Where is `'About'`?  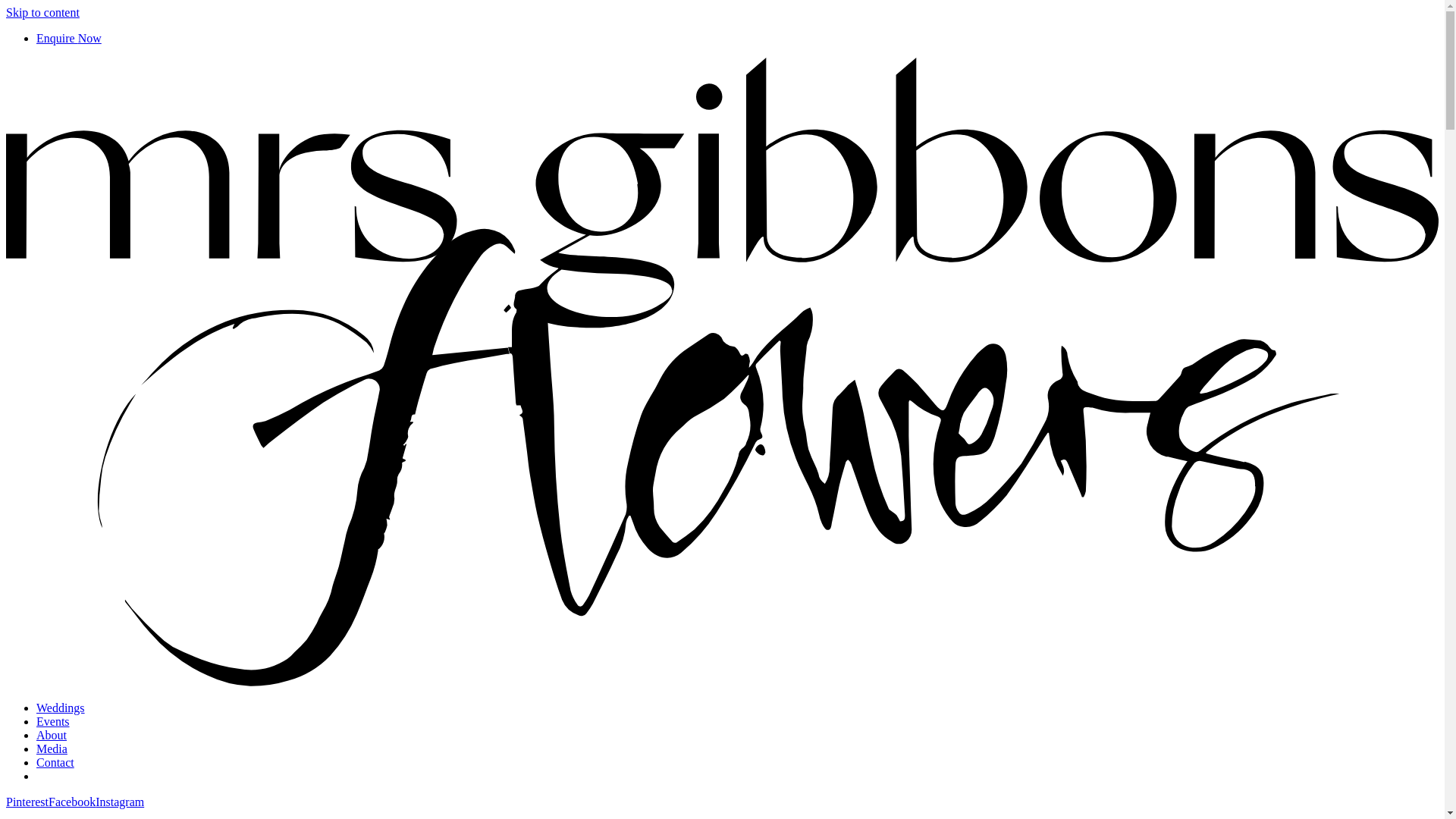 'About' is located at coordinates (51, 734).